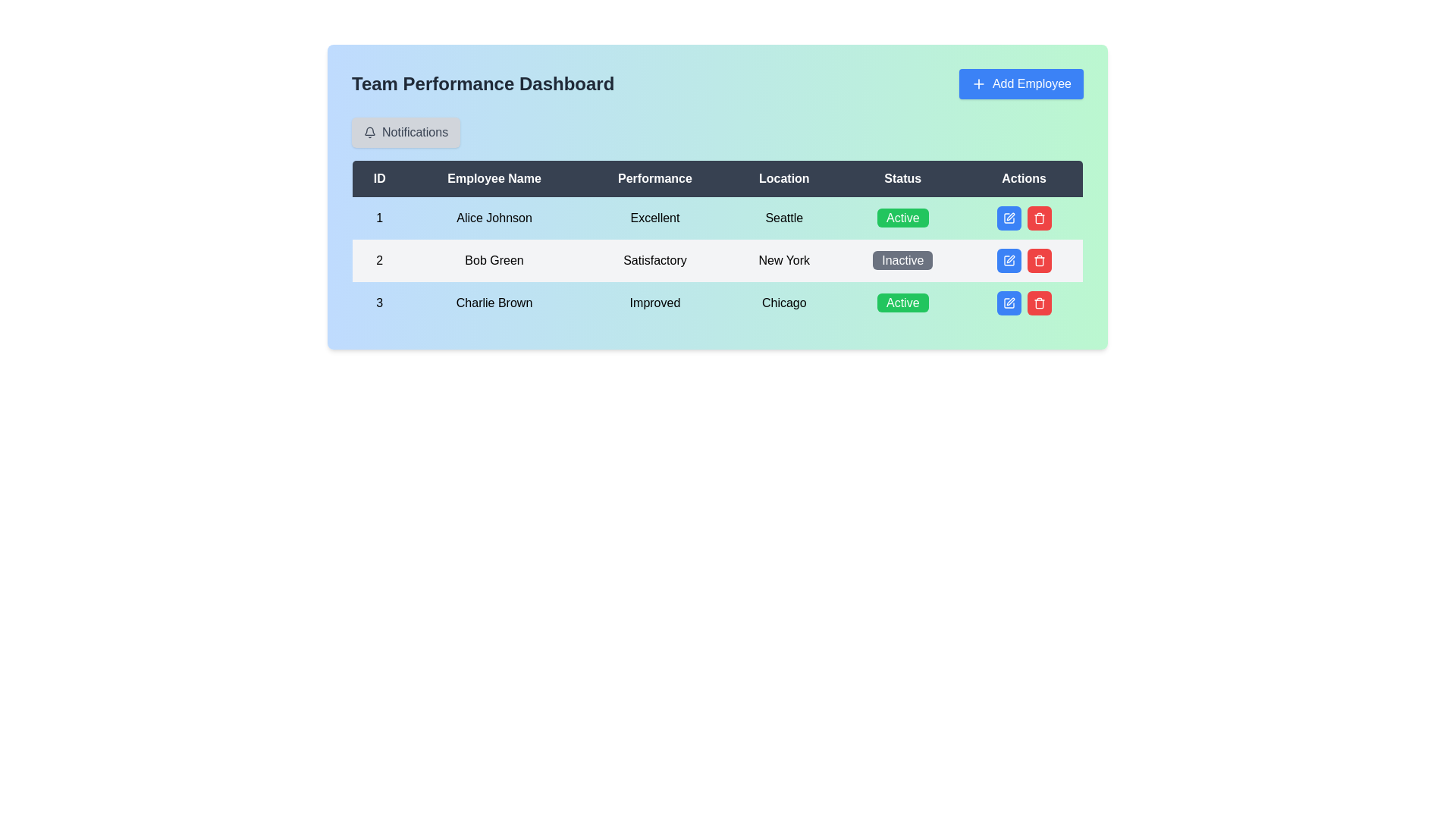 The image size is (1456, 819). I want to click on the bell-shaped notification icon located within the 'Notifications' button area at the top-left section of the dashboard interface, so click(370, 130).